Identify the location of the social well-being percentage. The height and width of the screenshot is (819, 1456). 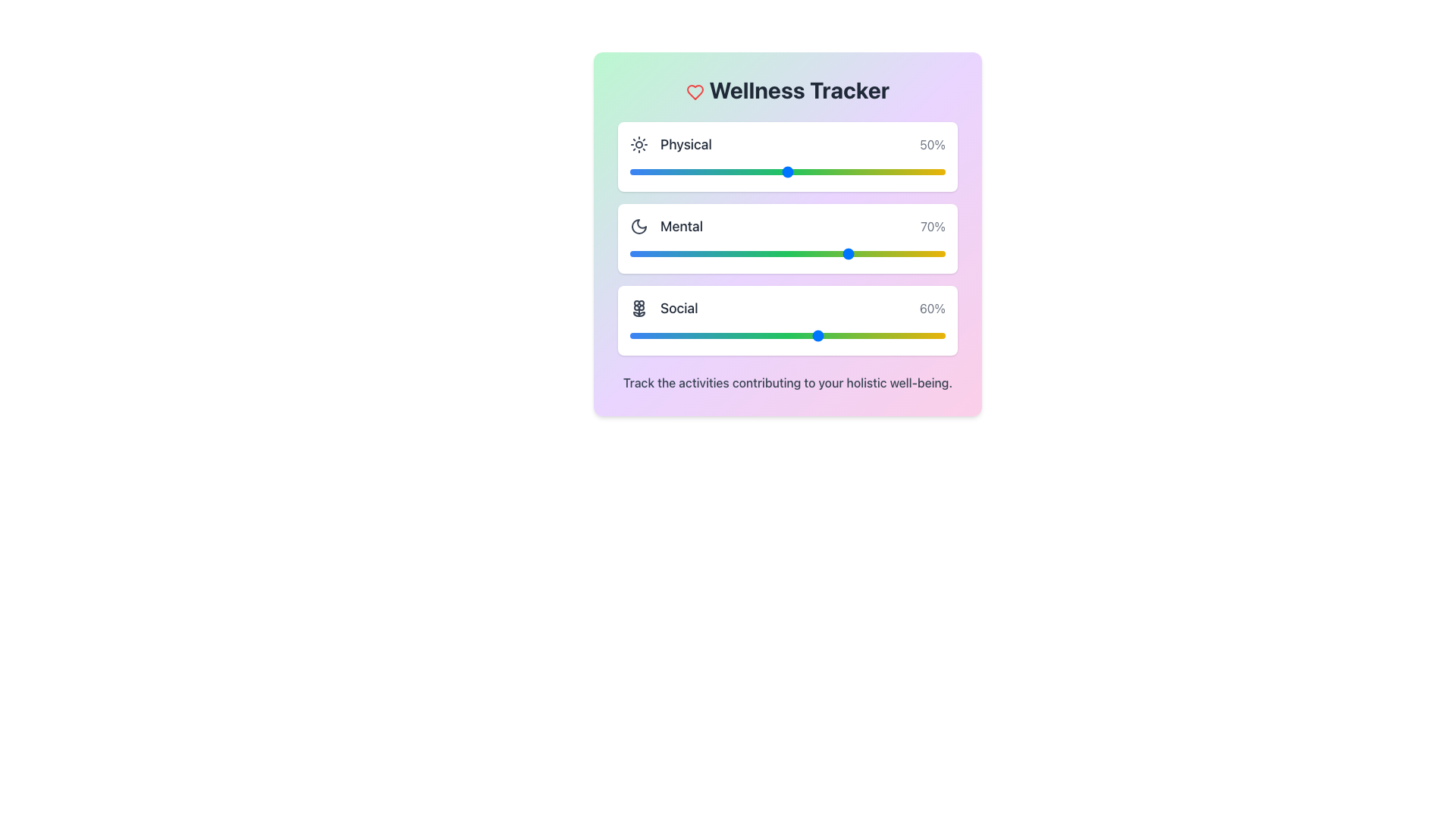
(723, 335).